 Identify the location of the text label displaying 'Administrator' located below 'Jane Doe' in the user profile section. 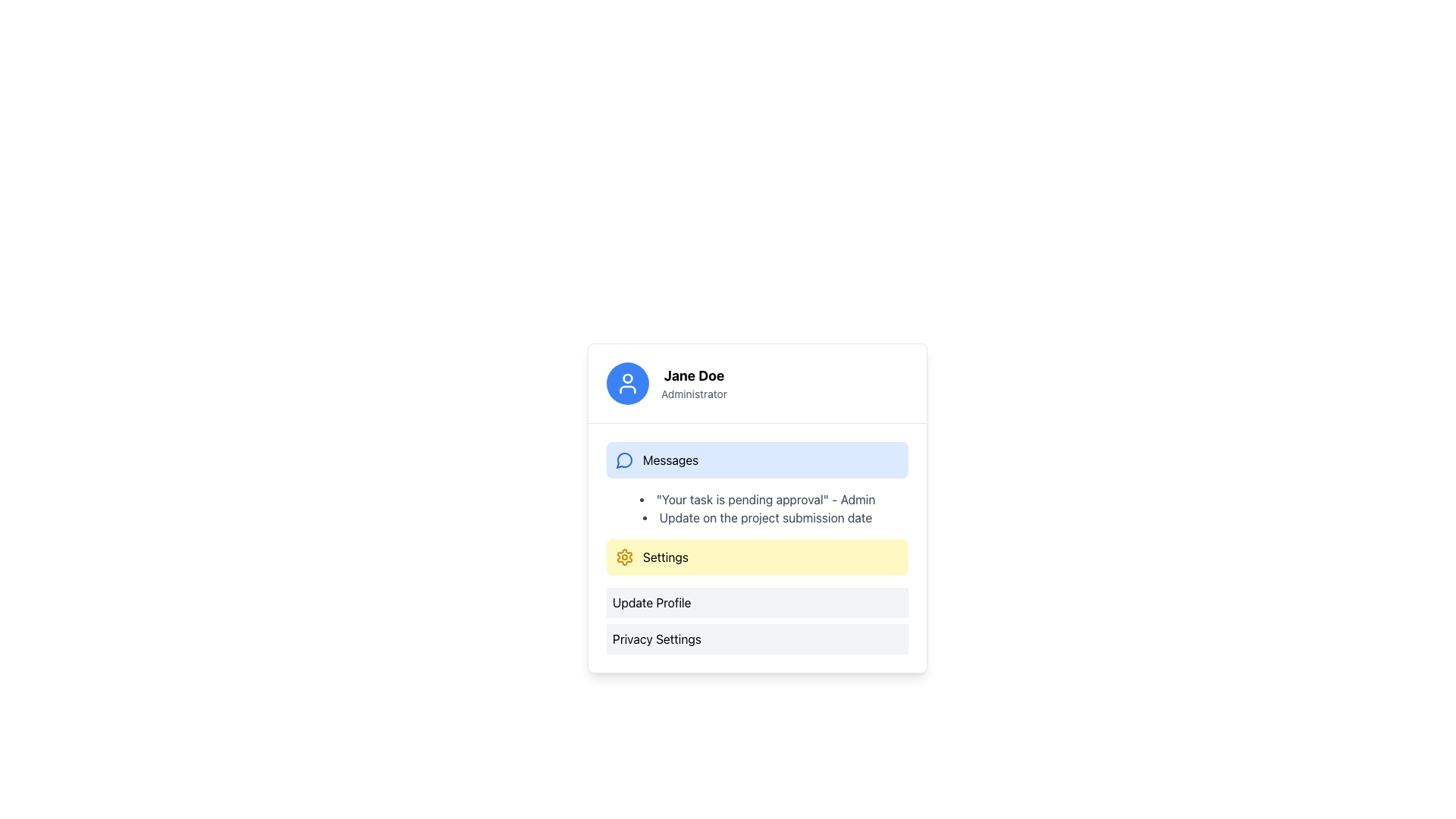
(693, 394).